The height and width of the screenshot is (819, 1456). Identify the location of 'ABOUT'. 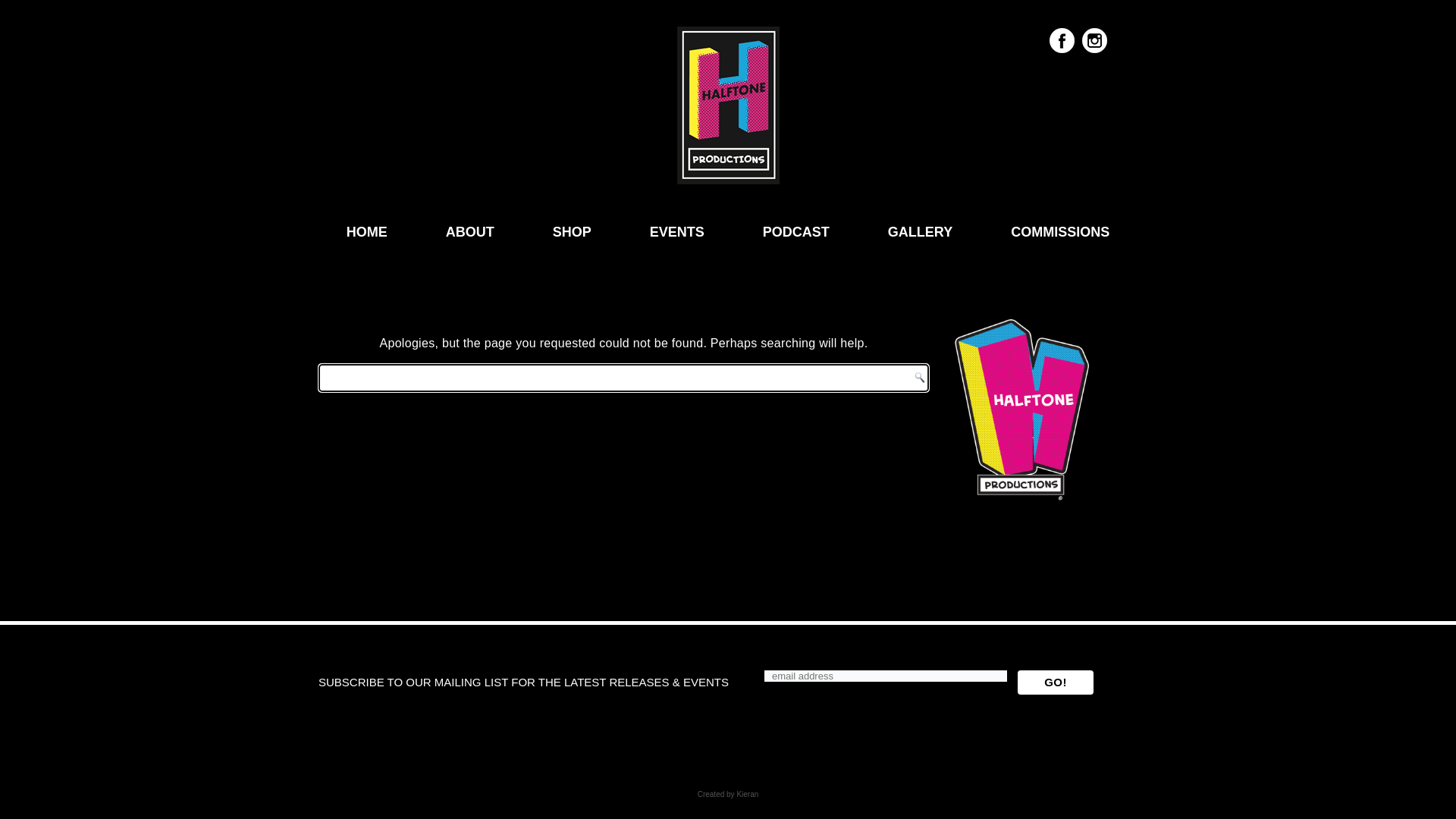
(469, 231).